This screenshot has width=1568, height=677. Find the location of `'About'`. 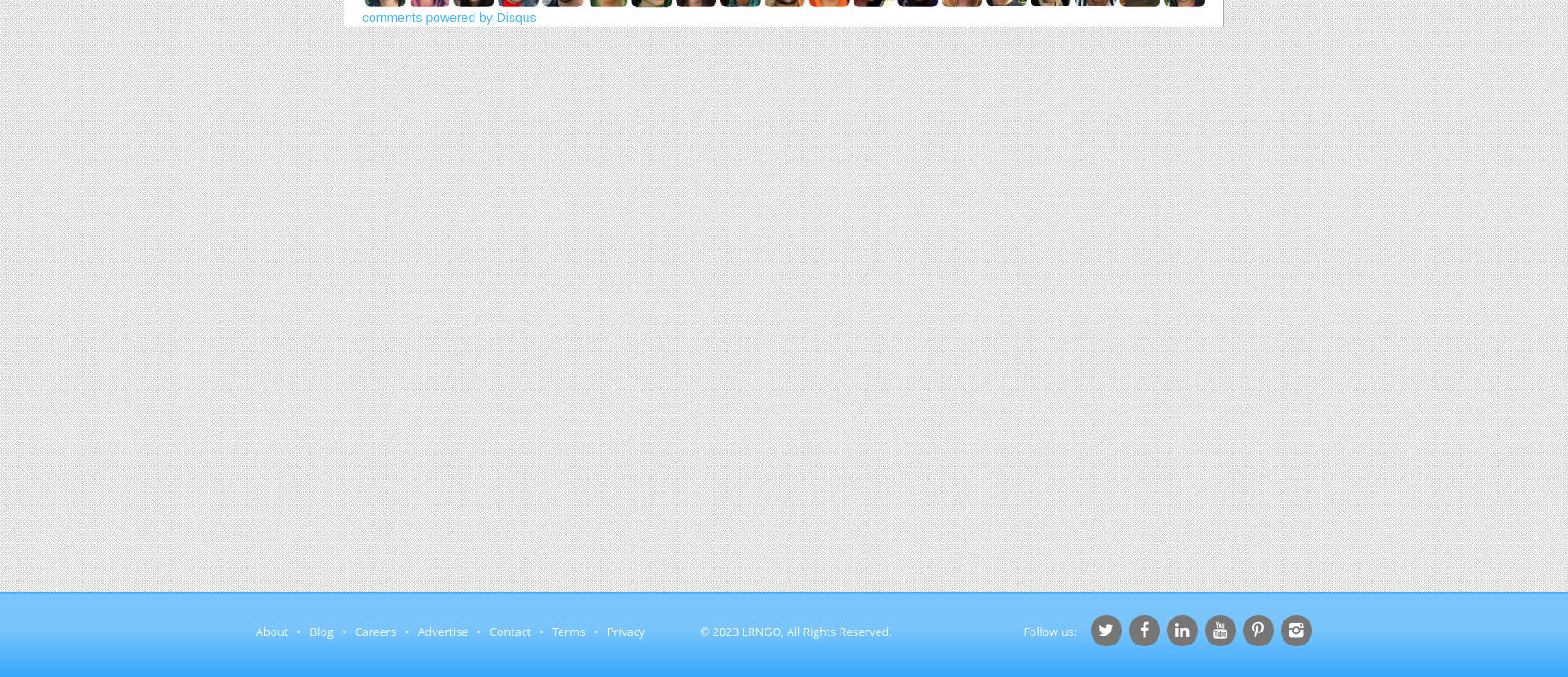

'About' is located at coordinates (271, 632).